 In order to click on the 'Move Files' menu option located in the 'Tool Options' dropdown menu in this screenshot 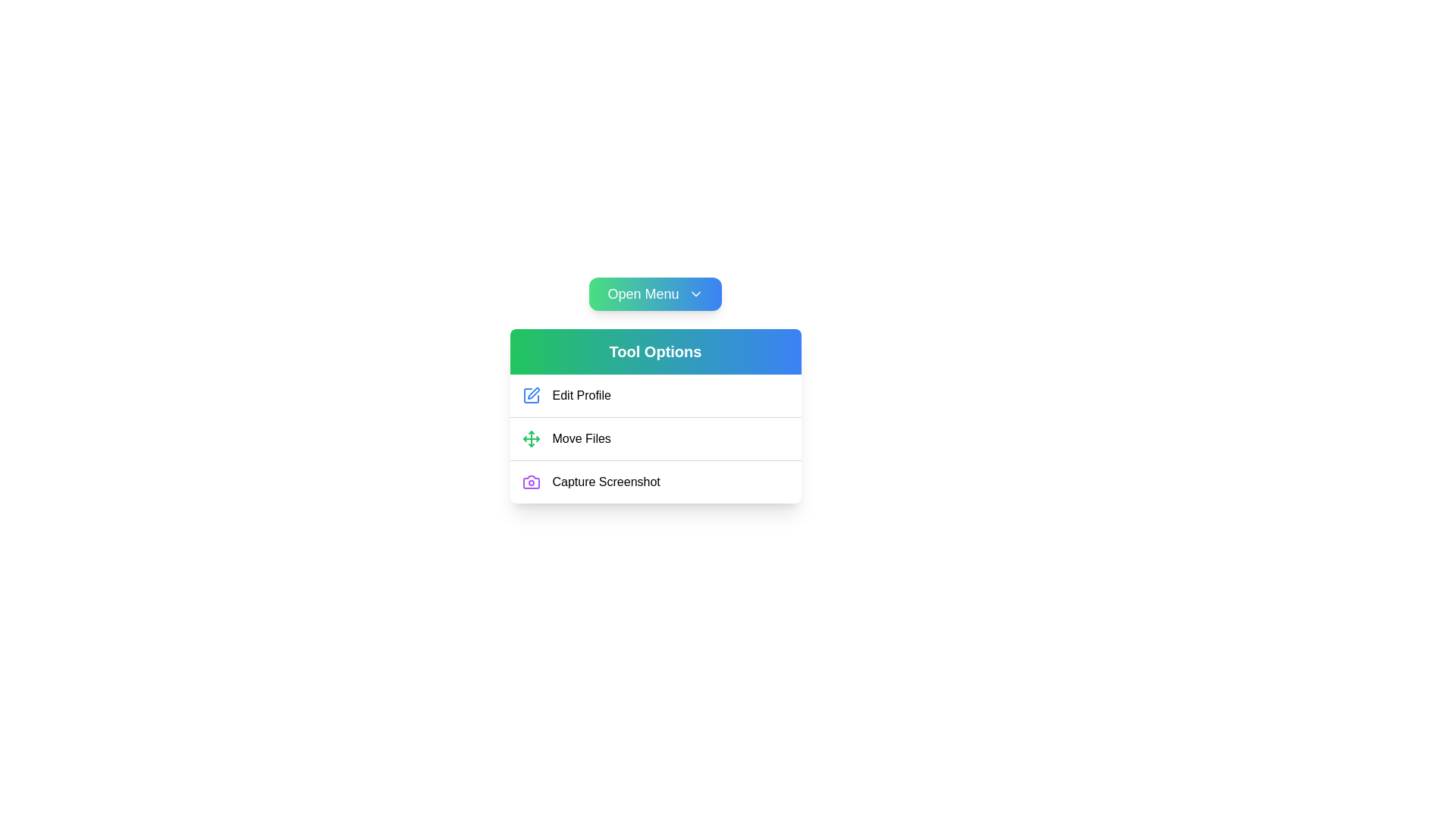, I will do `click(655, 416)`.